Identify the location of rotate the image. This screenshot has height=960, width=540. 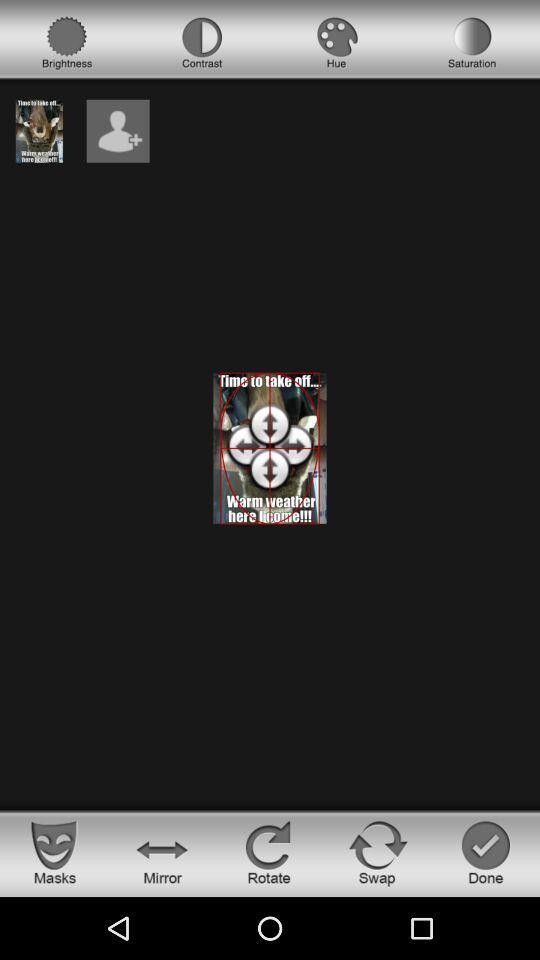
(270, 851).